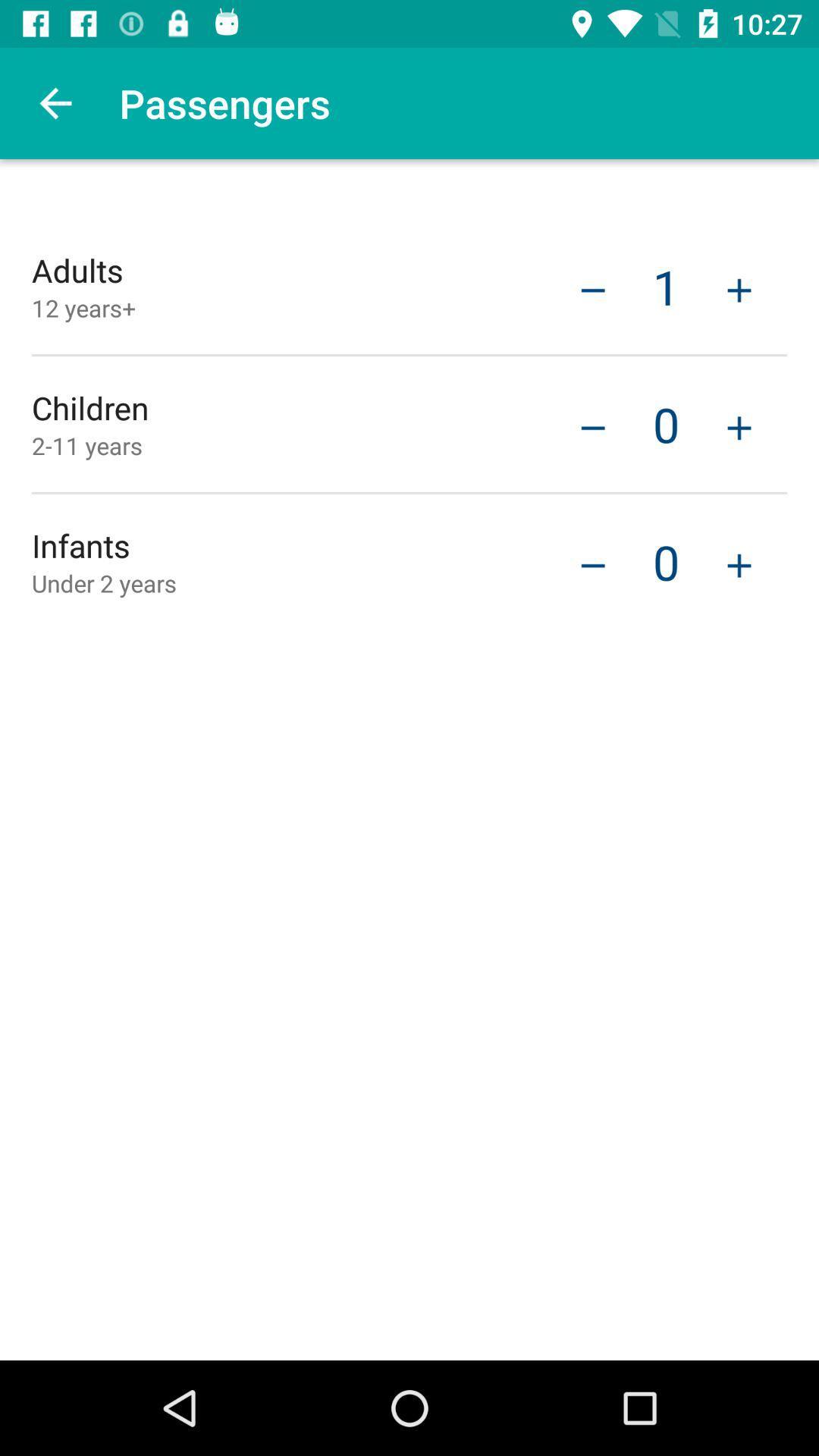 Image resolution: width=819 pixels, height=1456 pixels. What do you see at coordinates (592, 425) in the screenshot?
I see `minus click` at bounding box center [592, 425].